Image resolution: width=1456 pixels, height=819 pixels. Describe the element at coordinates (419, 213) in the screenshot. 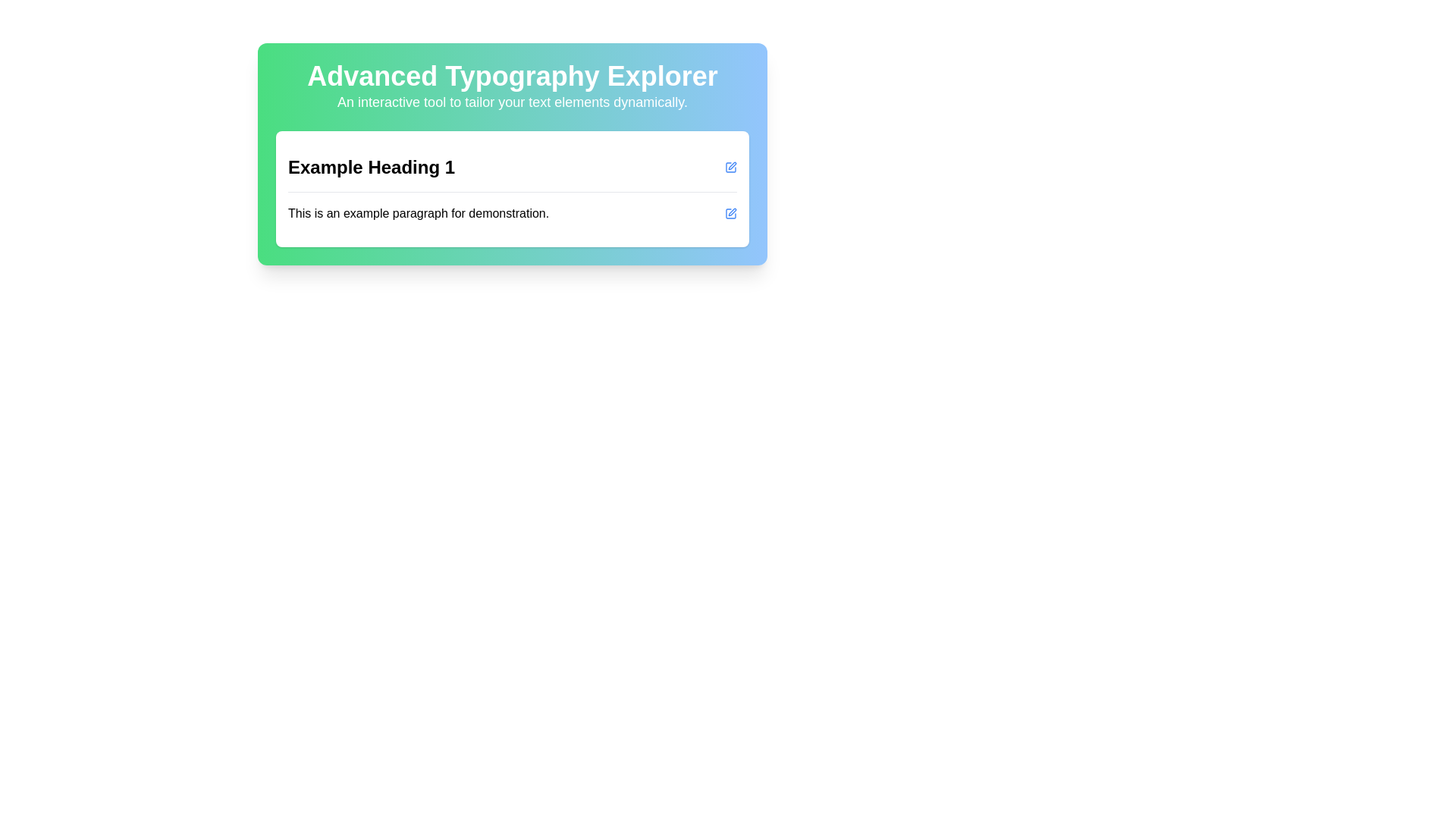

I see `the static text paragraph located under the heading 'Example Heading 1' with a green and blue gradient background, which precedes an icon on the right` at that location.